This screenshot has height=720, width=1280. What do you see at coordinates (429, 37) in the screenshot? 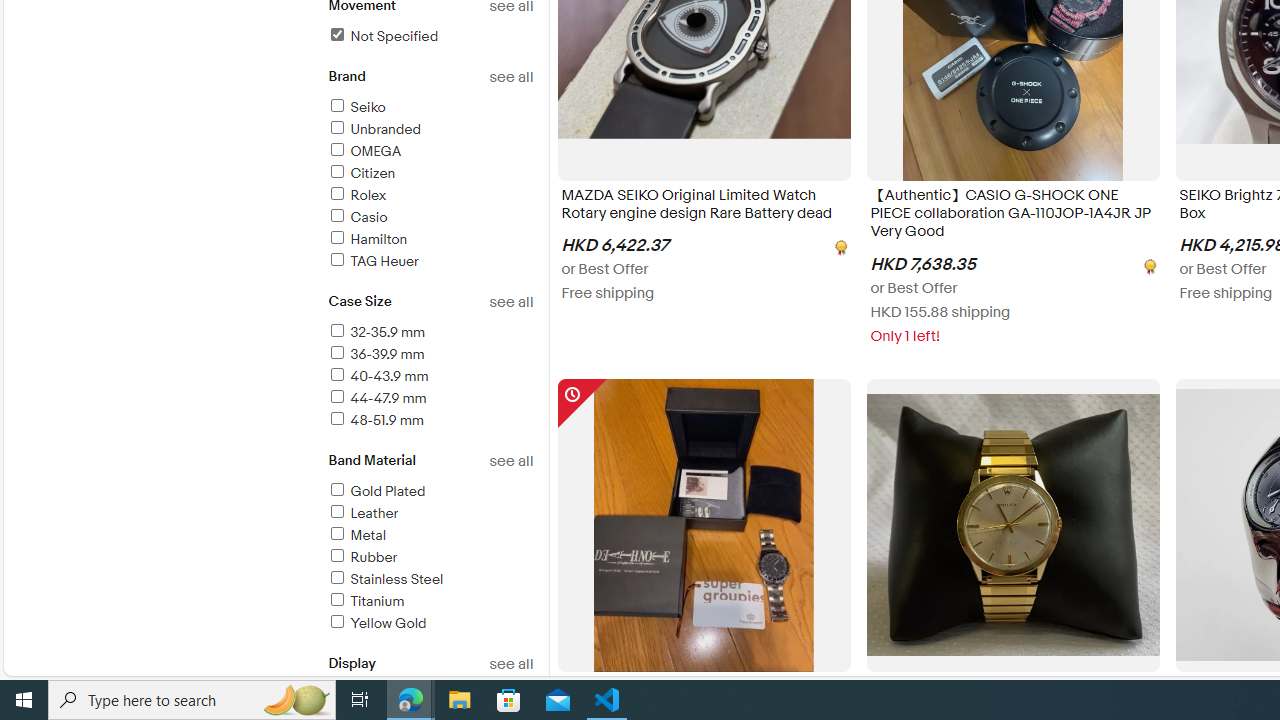
I see `'Not SpecifiedFilter Applied'` at bounding box center [429, 37].